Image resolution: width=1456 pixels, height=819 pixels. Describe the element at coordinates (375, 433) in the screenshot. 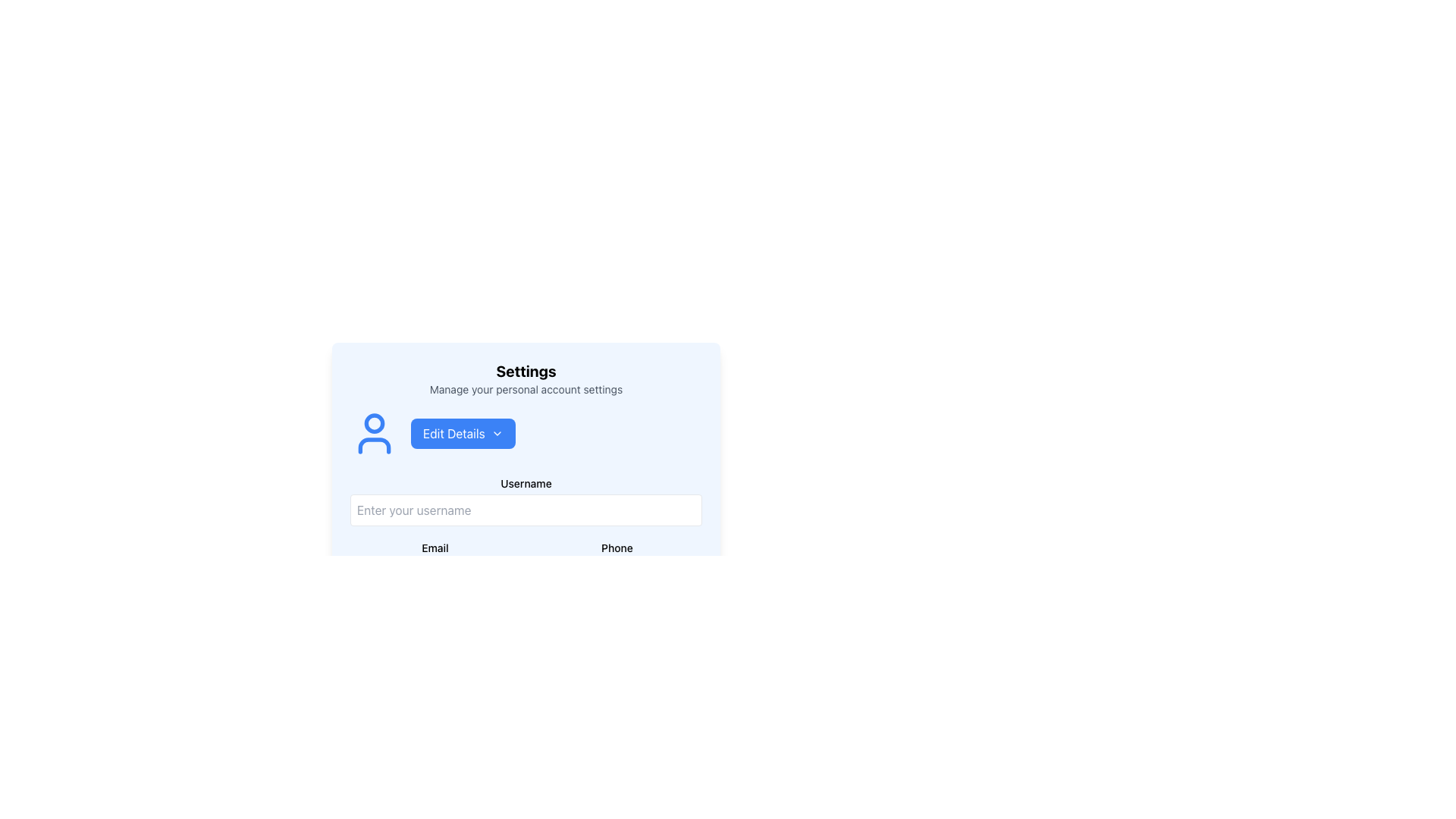

I see `the profile representation icon located to the left of the 'Edit Details' button and above the 'Username' text input box` at that location.